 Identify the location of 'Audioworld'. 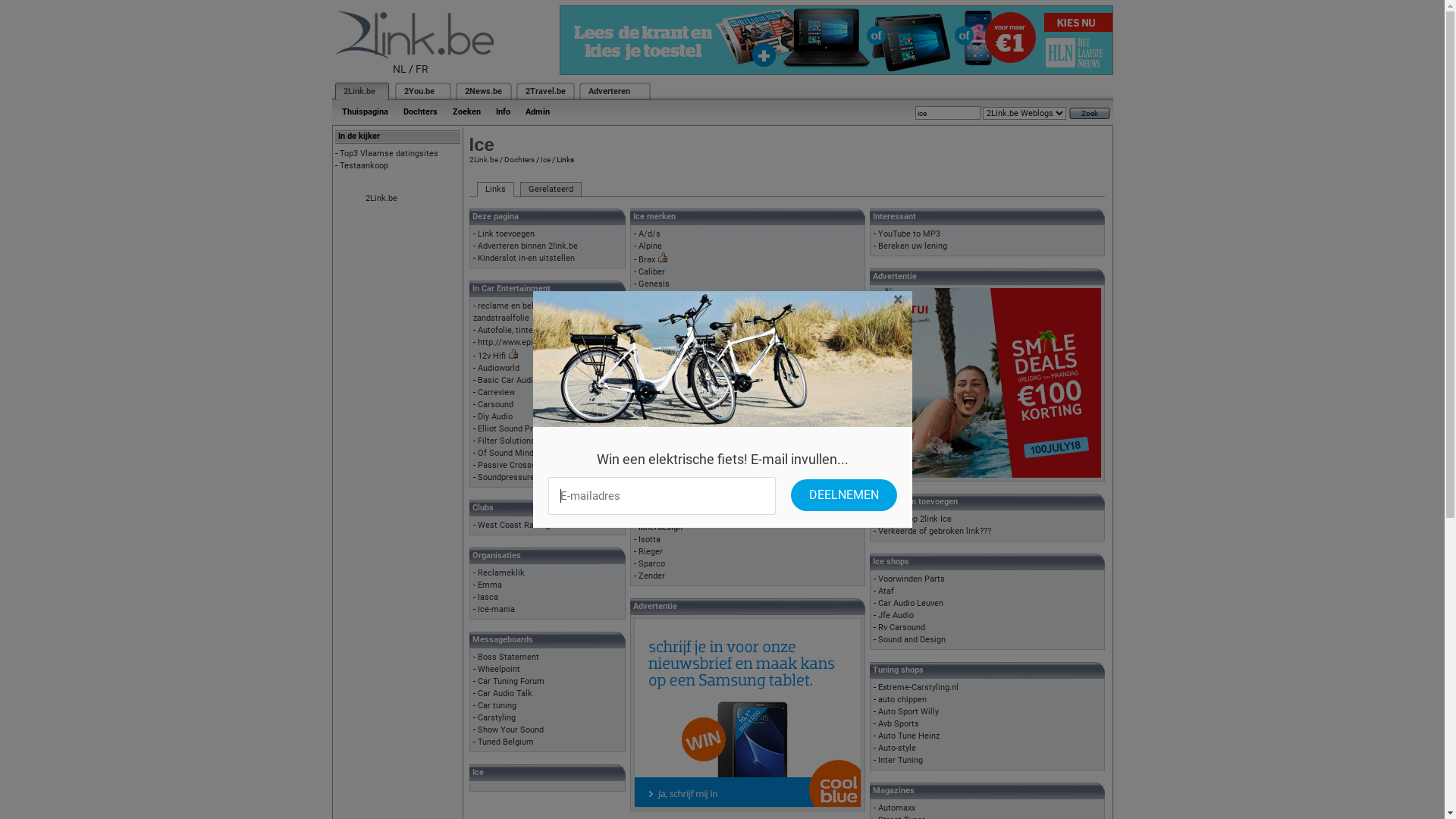
(498, 368).